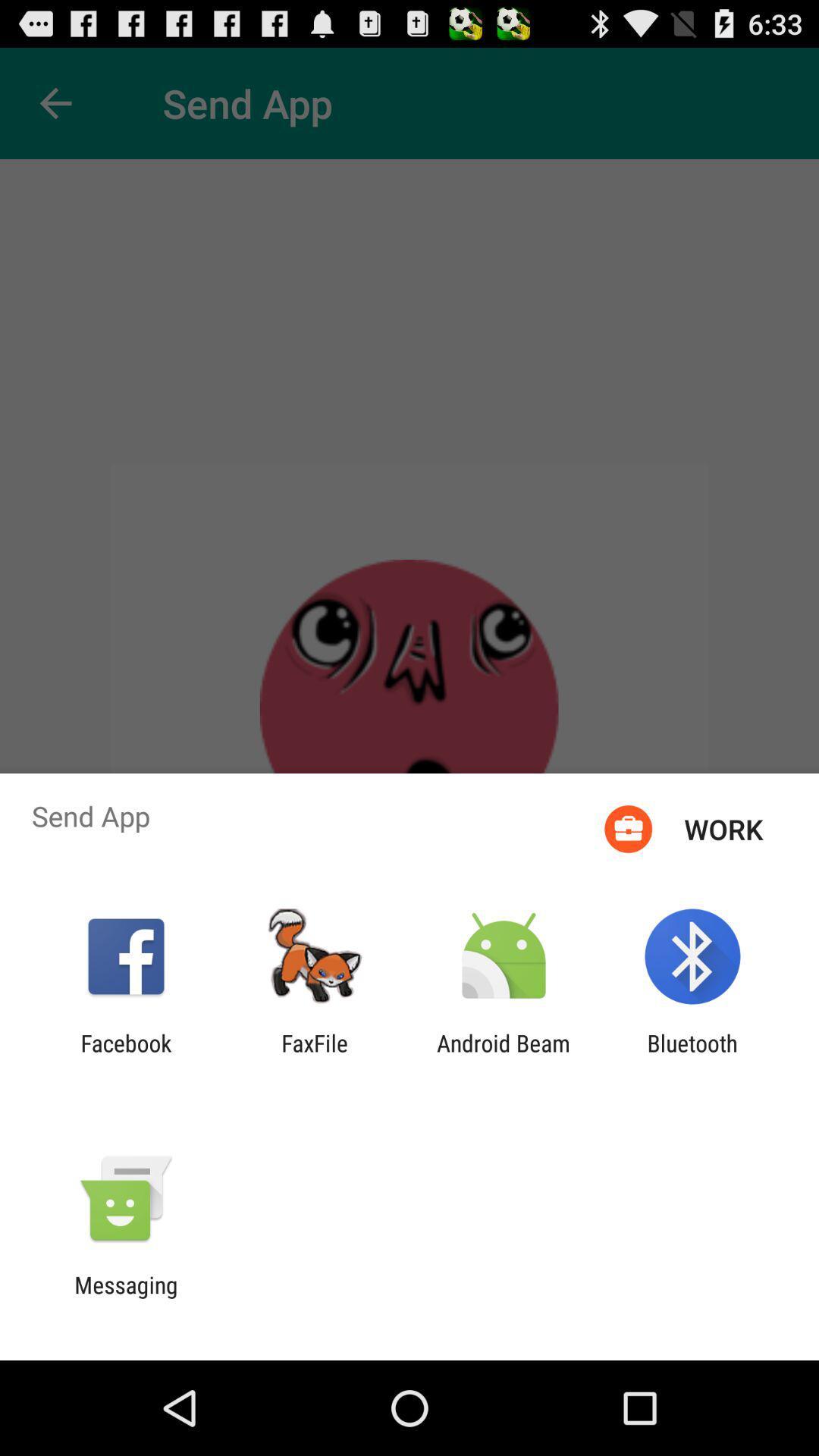 The image size is (819, 1456). I want to click on the bluetooth app, so click(692, 1056).